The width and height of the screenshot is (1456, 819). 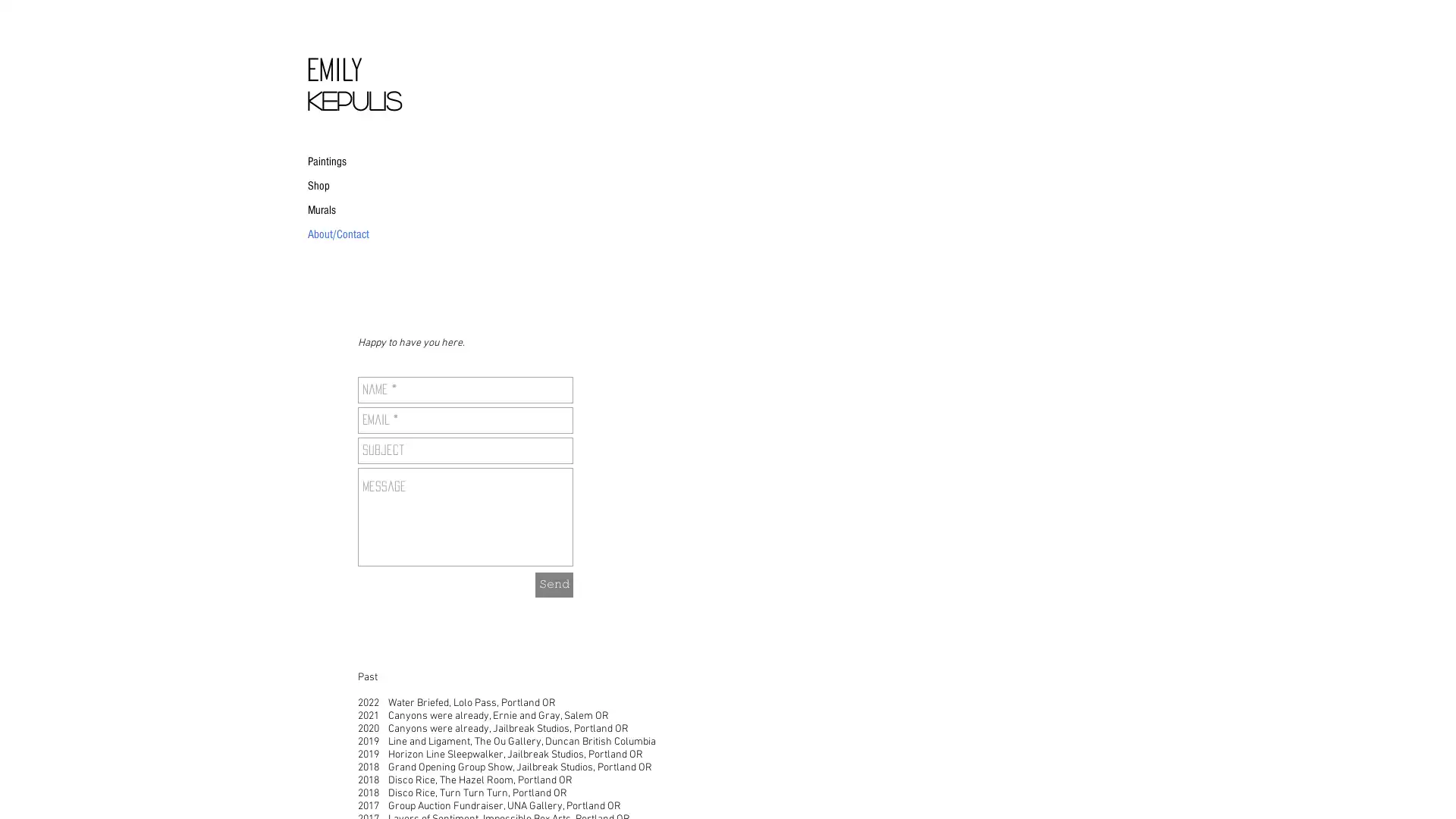 I want to click on Send, so click(x=553, y=583).